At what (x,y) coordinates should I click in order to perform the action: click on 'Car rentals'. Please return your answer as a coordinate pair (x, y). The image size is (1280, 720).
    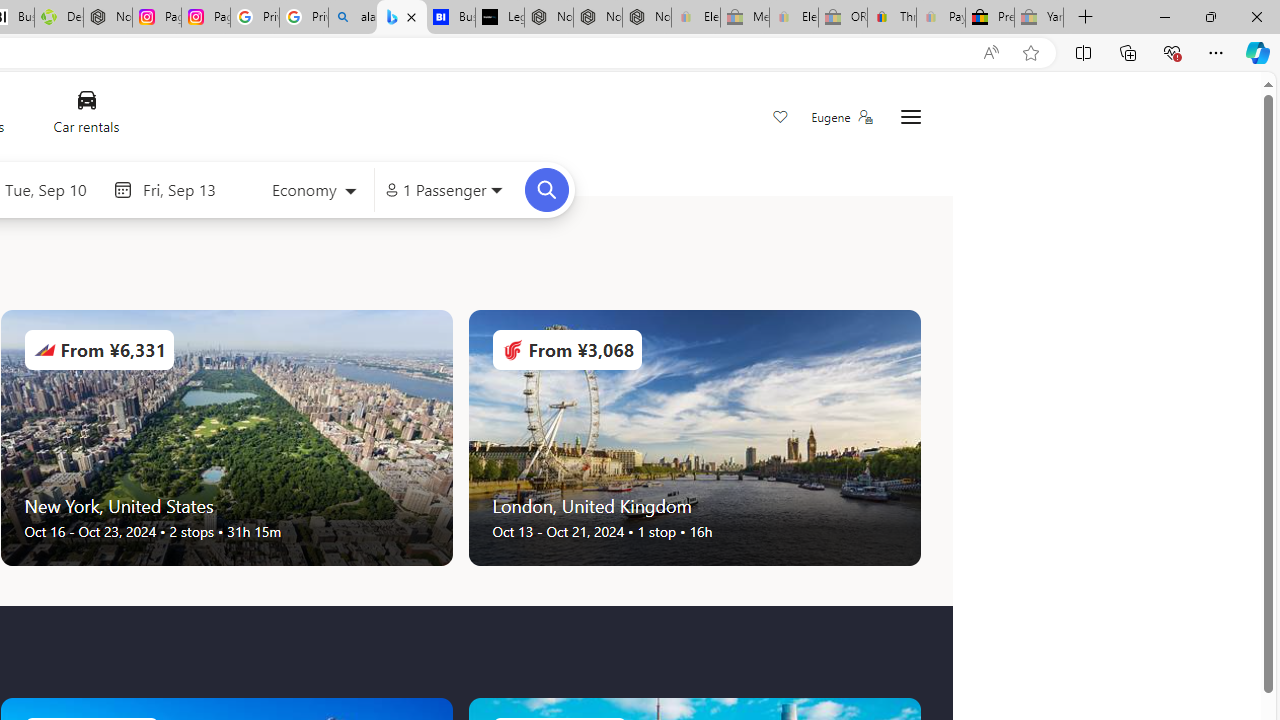
    Looking at the image, I should click on (85, 117).